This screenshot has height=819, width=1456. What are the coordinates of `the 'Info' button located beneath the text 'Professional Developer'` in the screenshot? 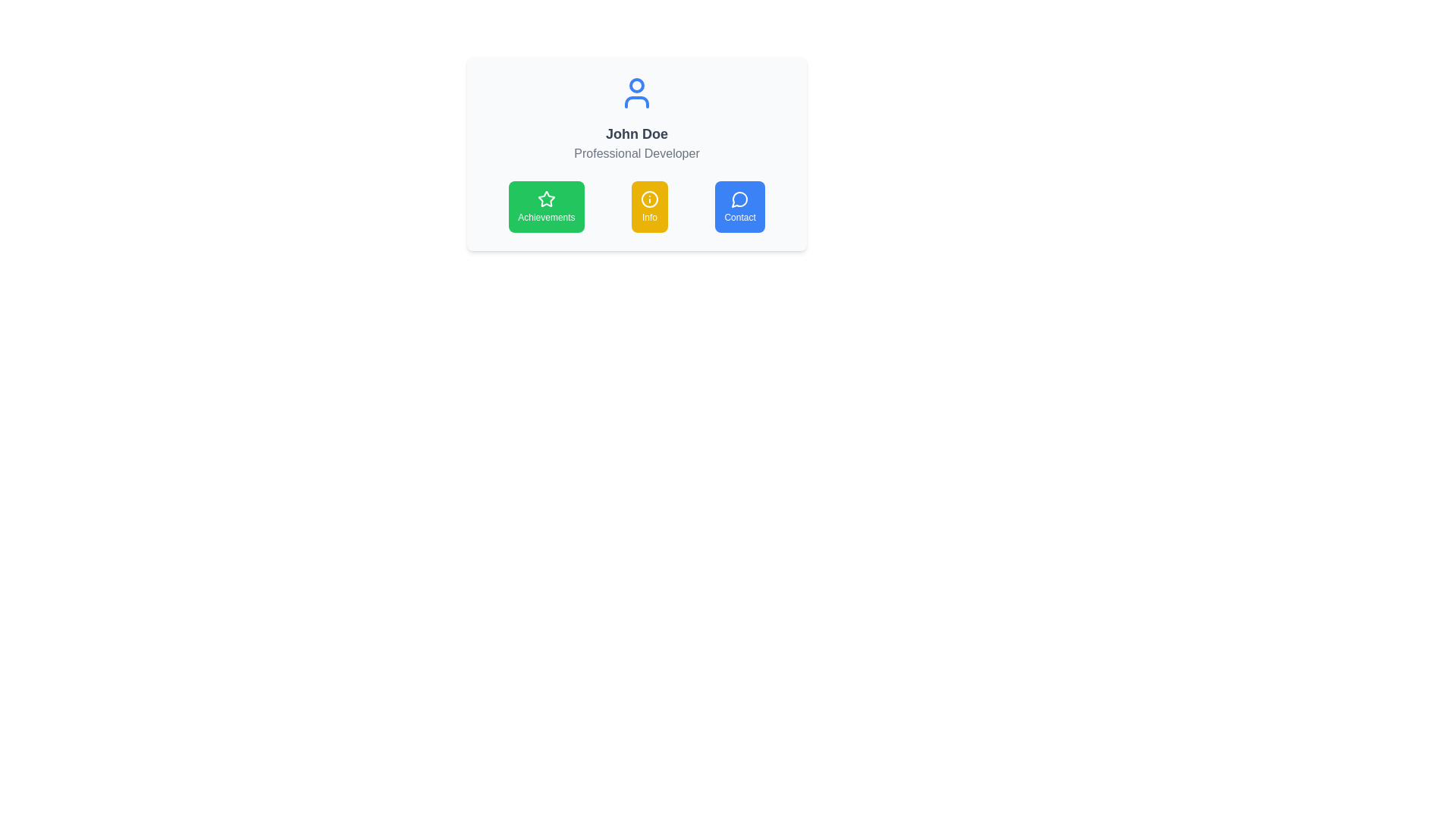 It's located at (637, 207).